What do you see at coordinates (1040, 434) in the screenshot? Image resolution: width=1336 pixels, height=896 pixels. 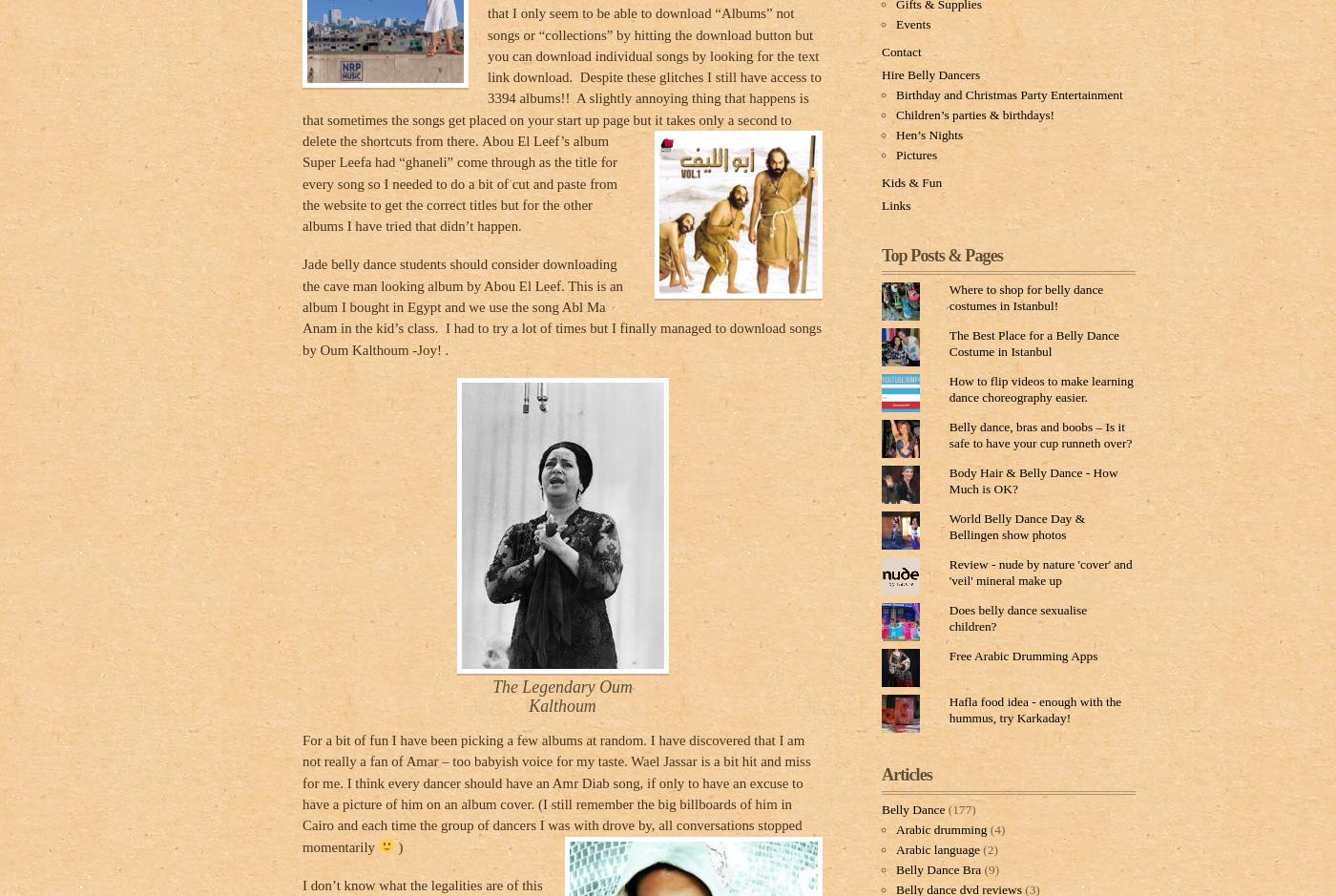 I see `'Belly dance, bras and boobs – Is it safe to have your cup runneth over?'` at bounding box center [1040, 434].